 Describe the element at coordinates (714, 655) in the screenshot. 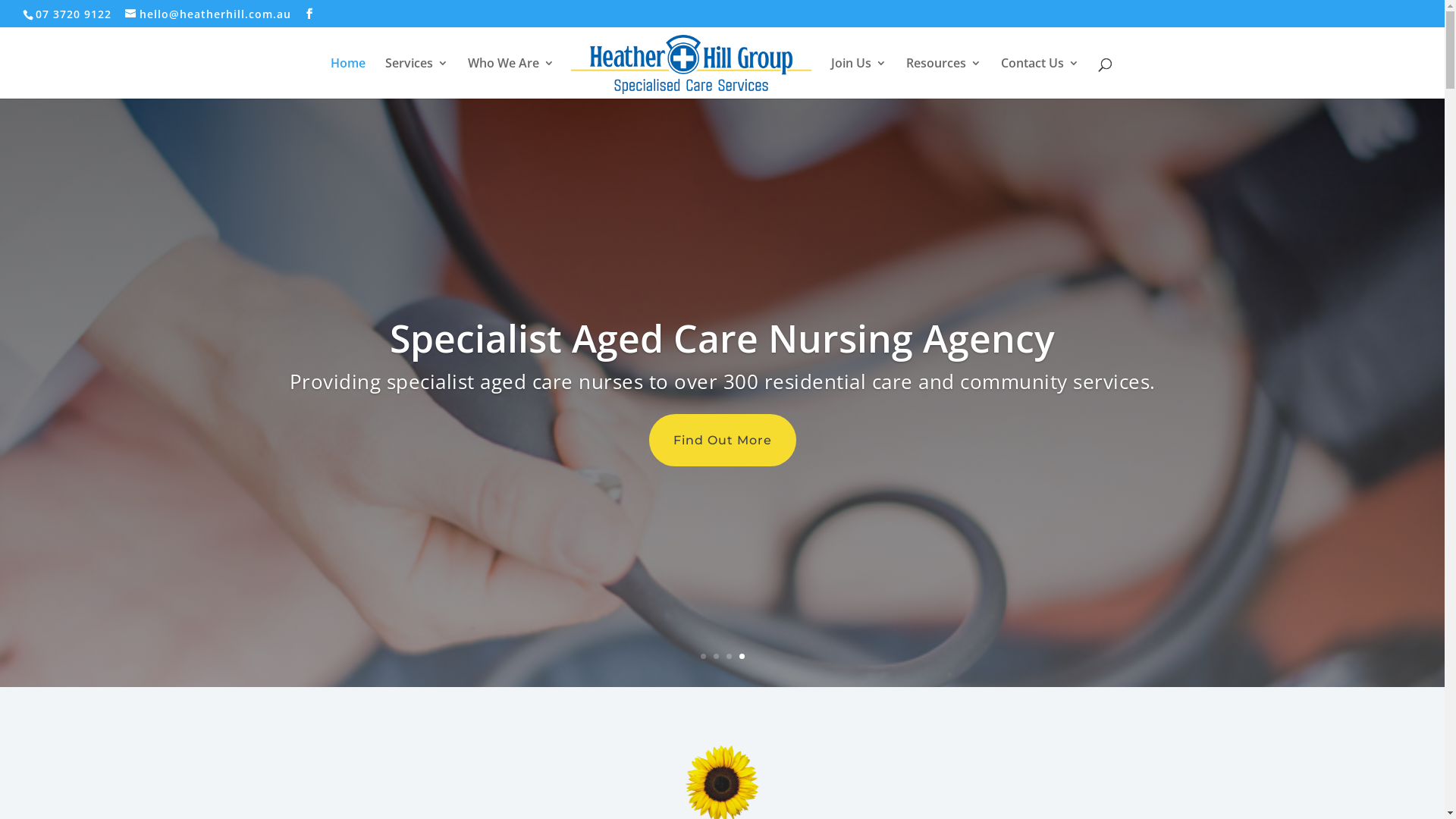

I see `'2'` at that location.